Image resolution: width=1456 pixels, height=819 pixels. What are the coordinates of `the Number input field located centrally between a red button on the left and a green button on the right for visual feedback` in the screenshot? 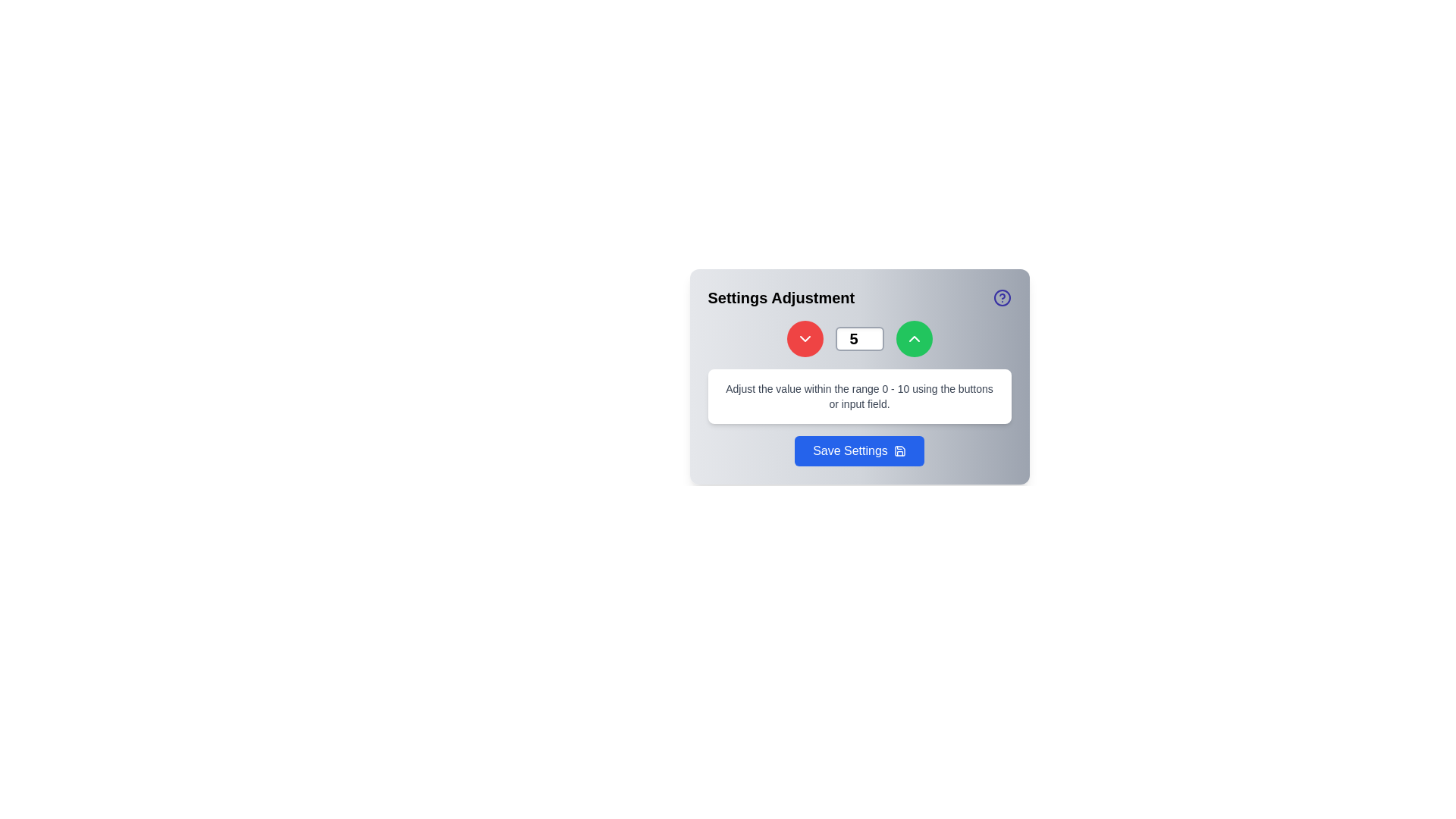 It's located at (859, 338).